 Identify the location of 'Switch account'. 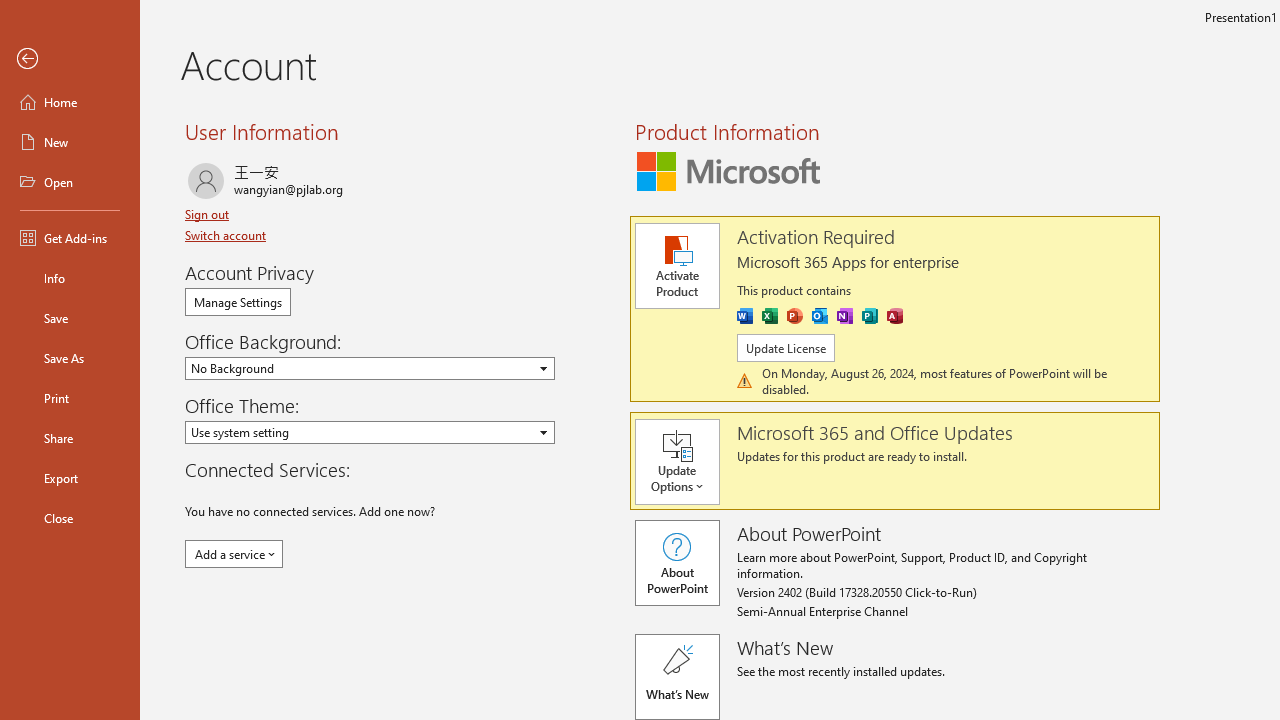
(227, 234).